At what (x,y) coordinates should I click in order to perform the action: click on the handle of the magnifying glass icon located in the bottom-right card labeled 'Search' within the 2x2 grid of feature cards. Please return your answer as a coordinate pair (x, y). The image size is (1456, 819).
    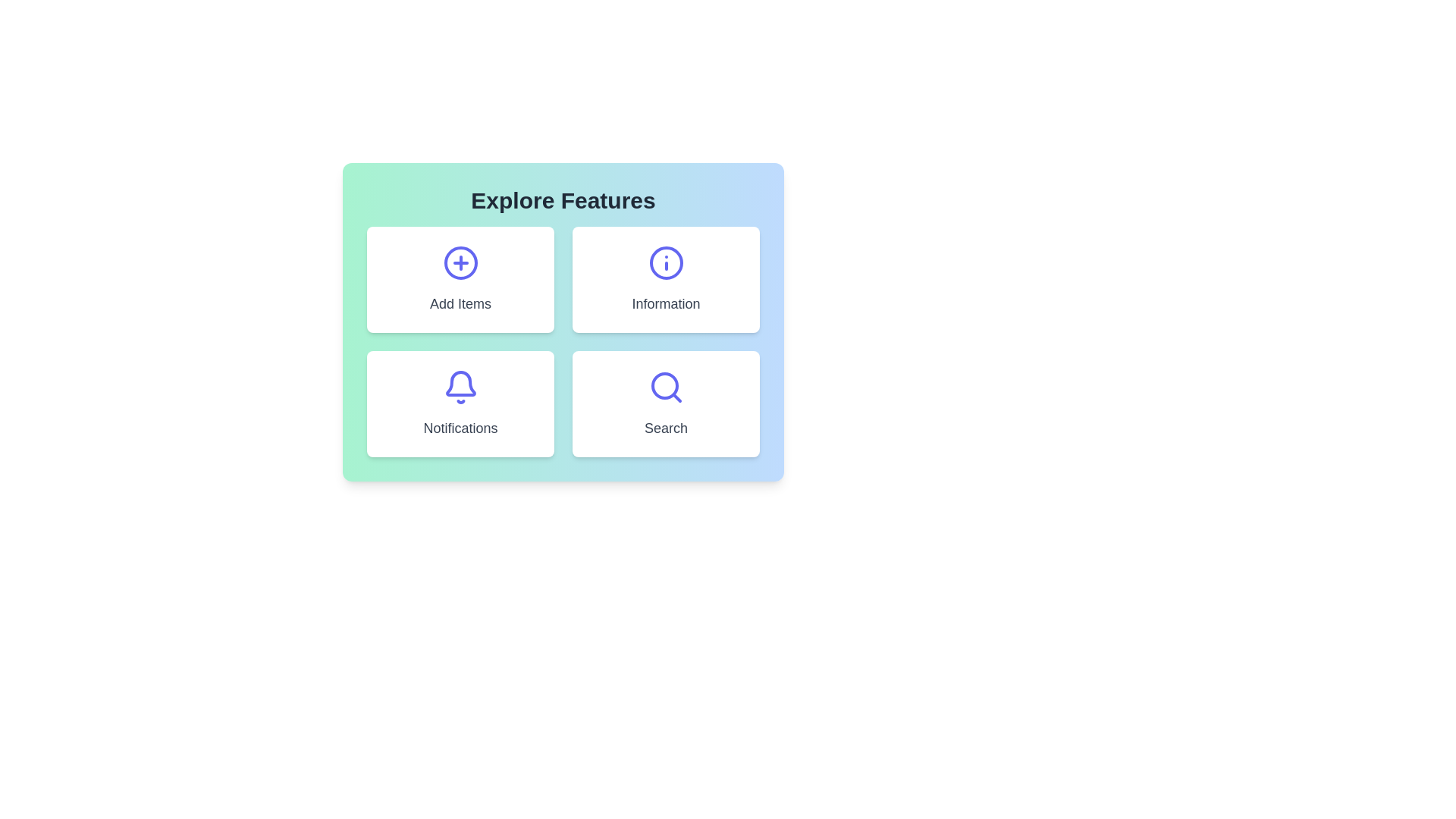
    Looking at the image, I should click on (676, 397).